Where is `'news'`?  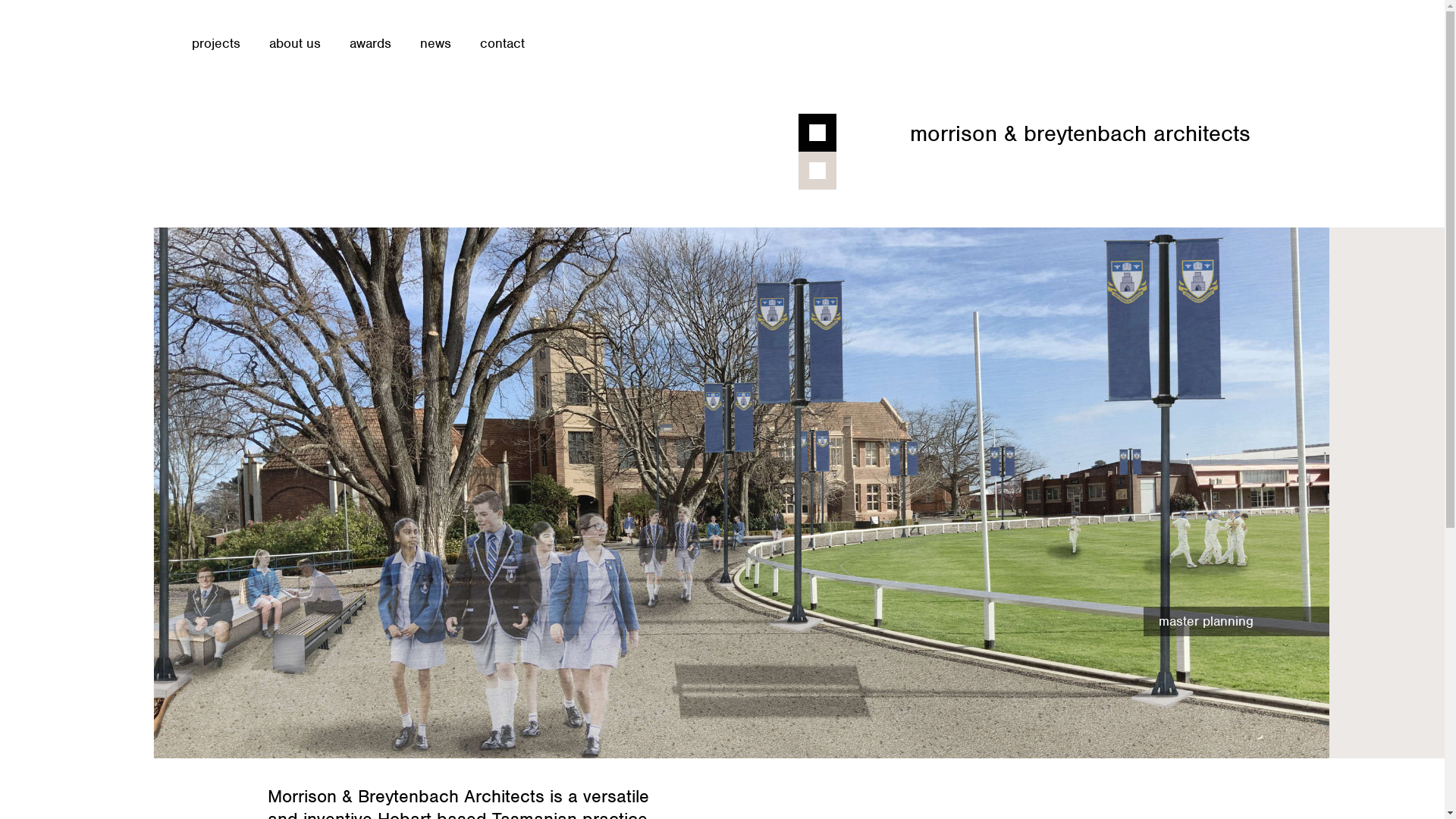 'news' is located at coordinates (435, 42).